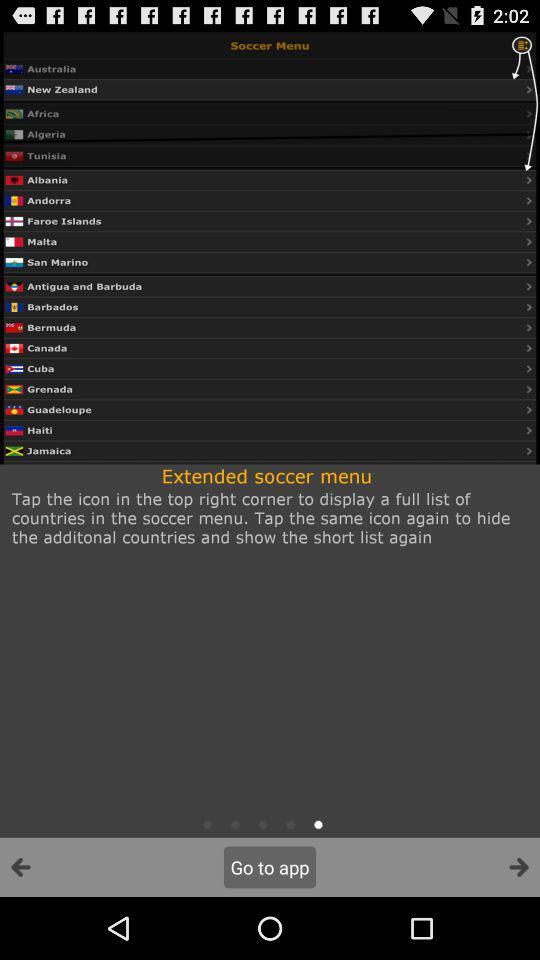 The height and width of the screenshot is (960, 540). I want to click on the arrow_backward icon, so click(20, 928).